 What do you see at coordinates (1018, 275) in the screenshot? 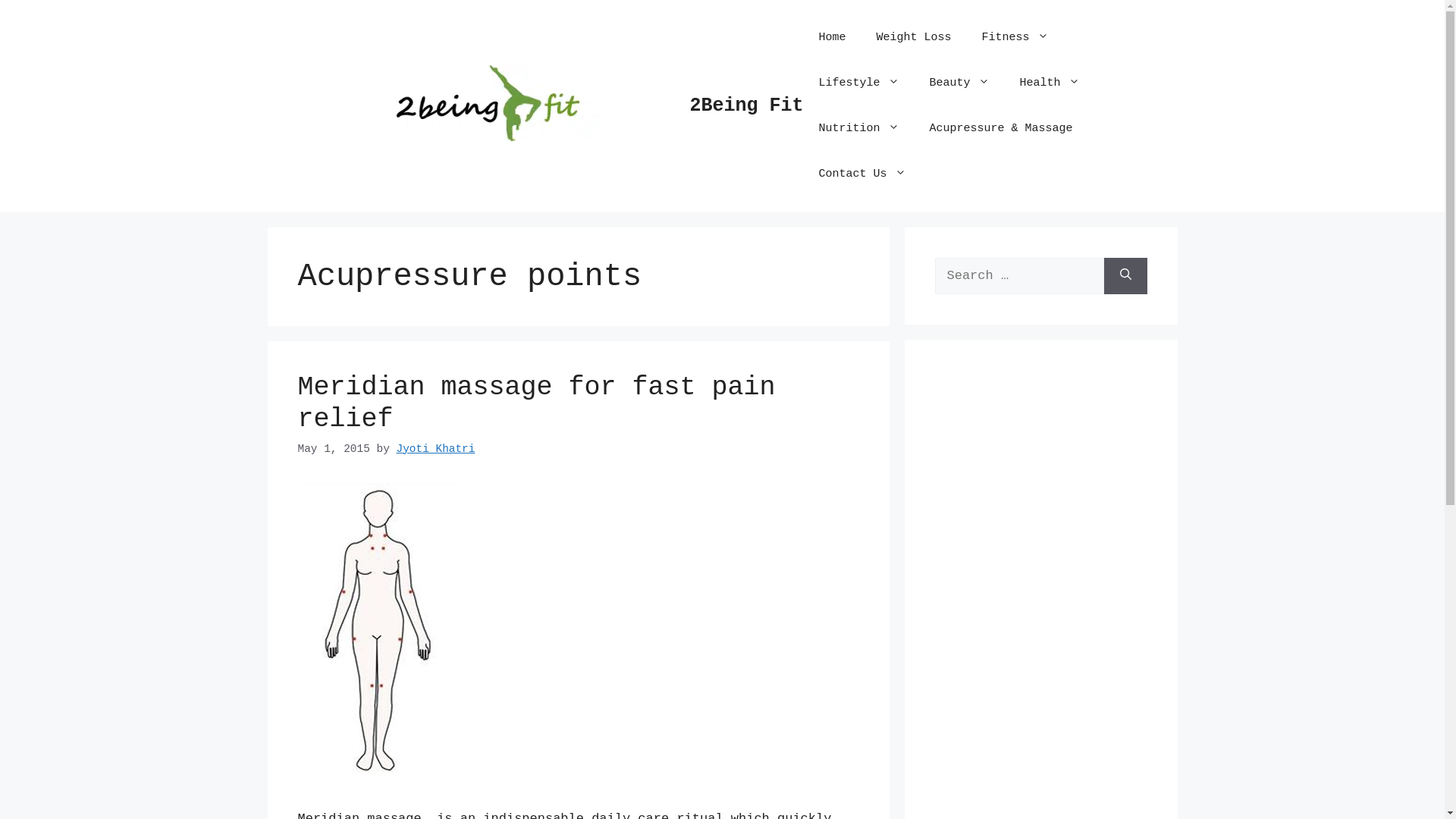
I see `'Search for:'` at bounding box center [1018, 275].